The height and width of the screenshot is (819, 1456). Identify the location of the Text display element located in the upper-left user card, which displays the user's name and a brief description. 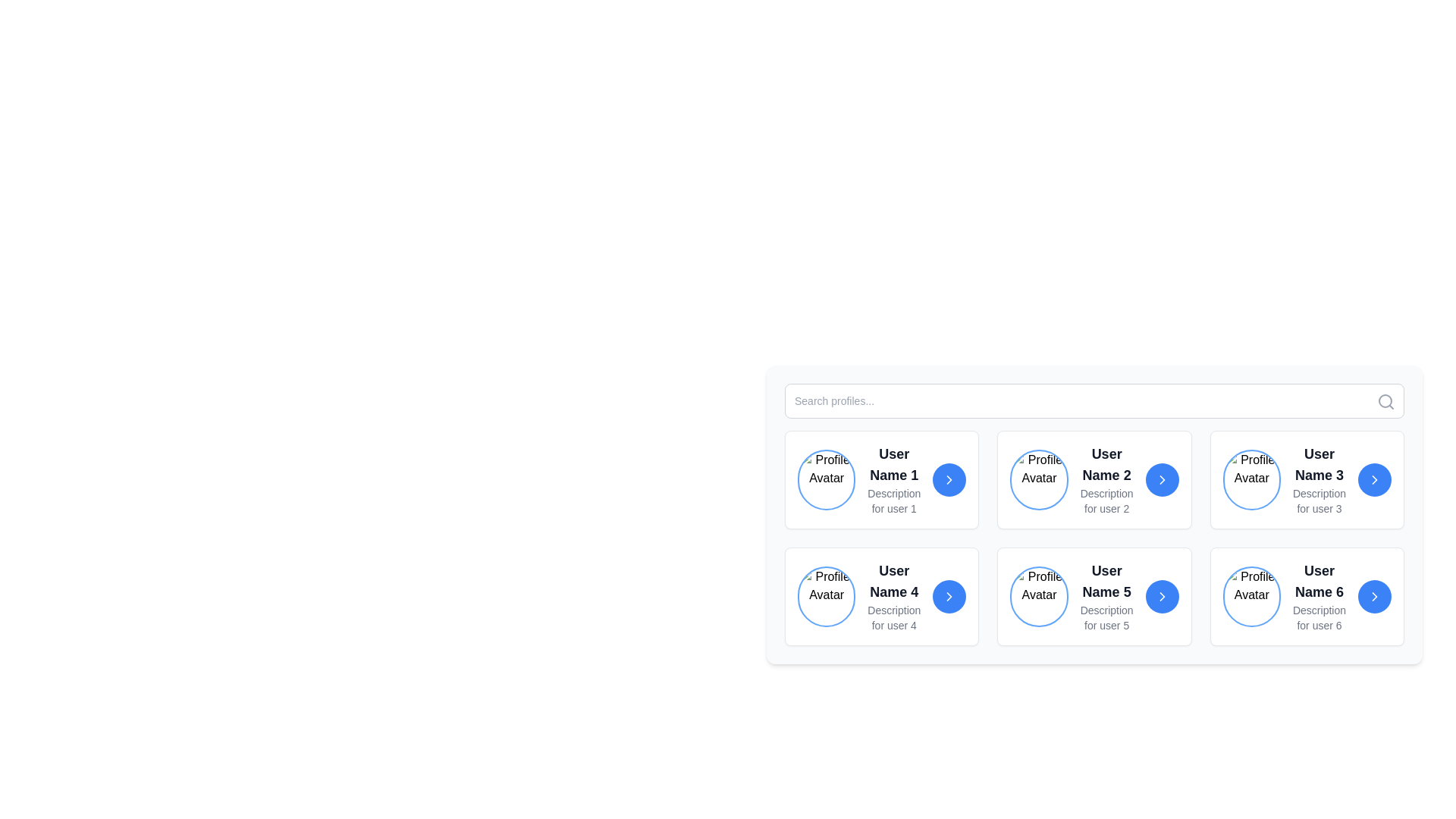
(894, 479).